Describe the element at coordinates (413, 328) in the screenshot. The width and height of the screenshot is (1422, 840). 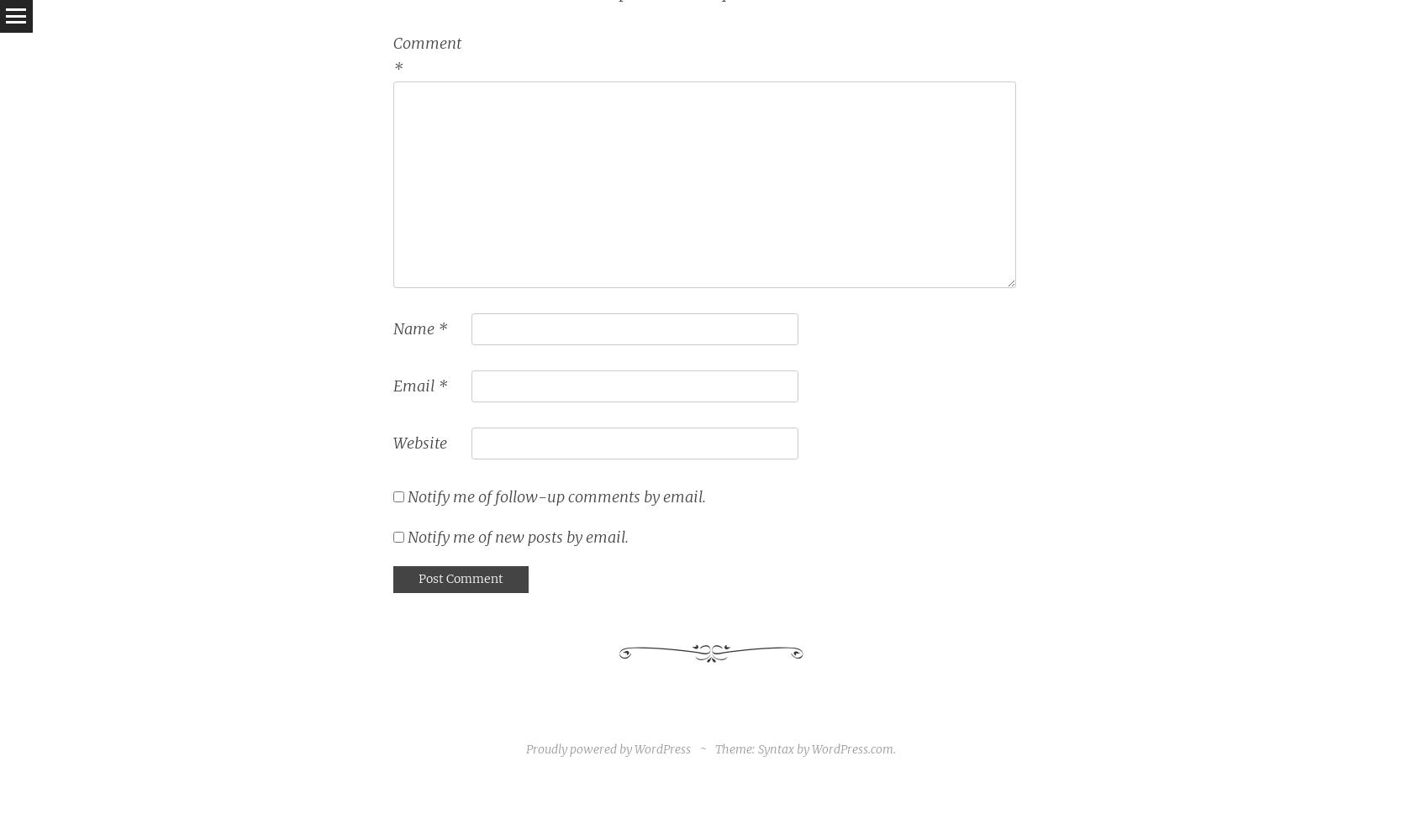
I see `'Name'` at that location.